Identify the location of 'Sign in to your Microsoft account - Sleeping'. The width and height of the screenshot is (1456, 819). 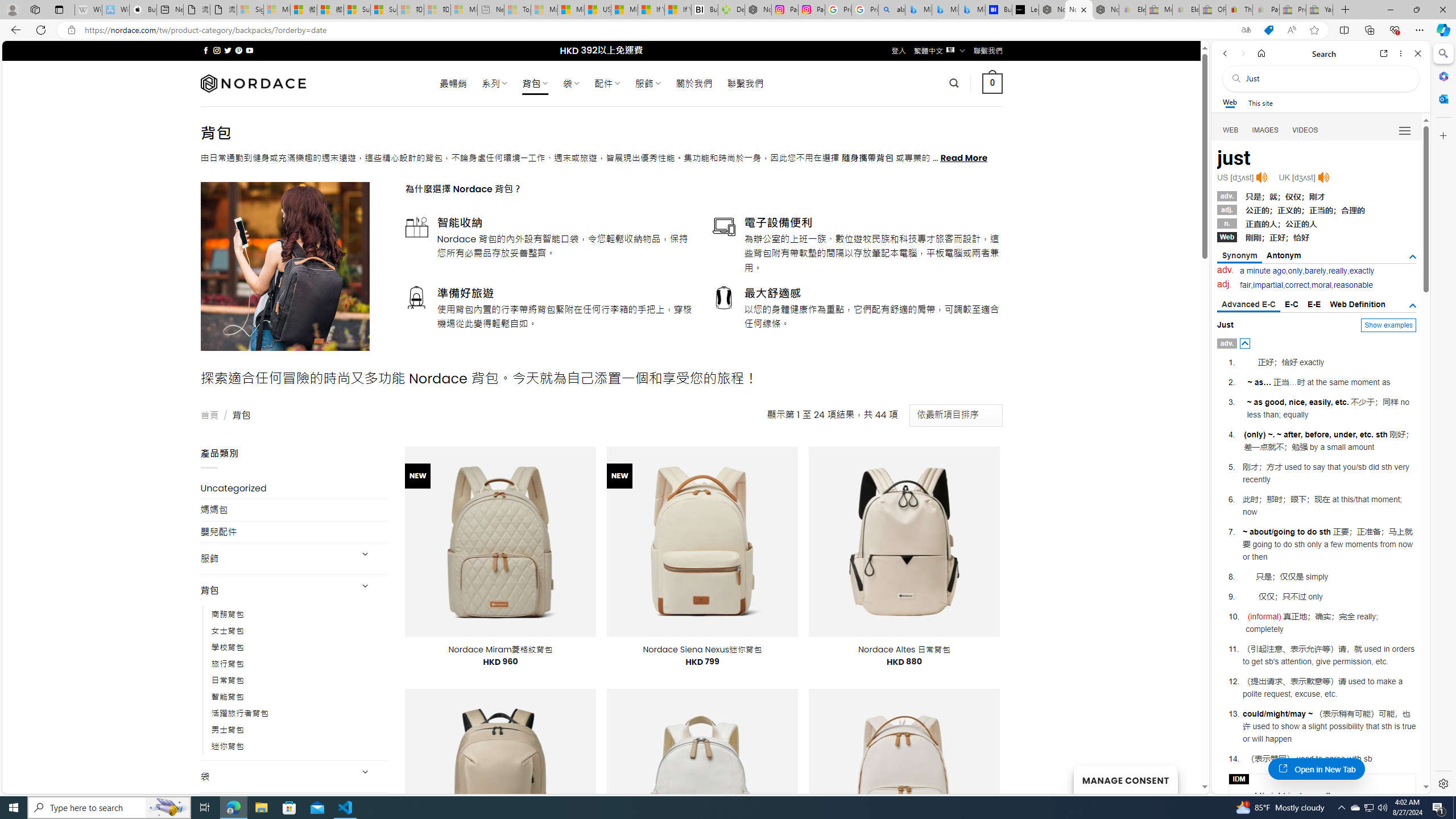
(250, 9).